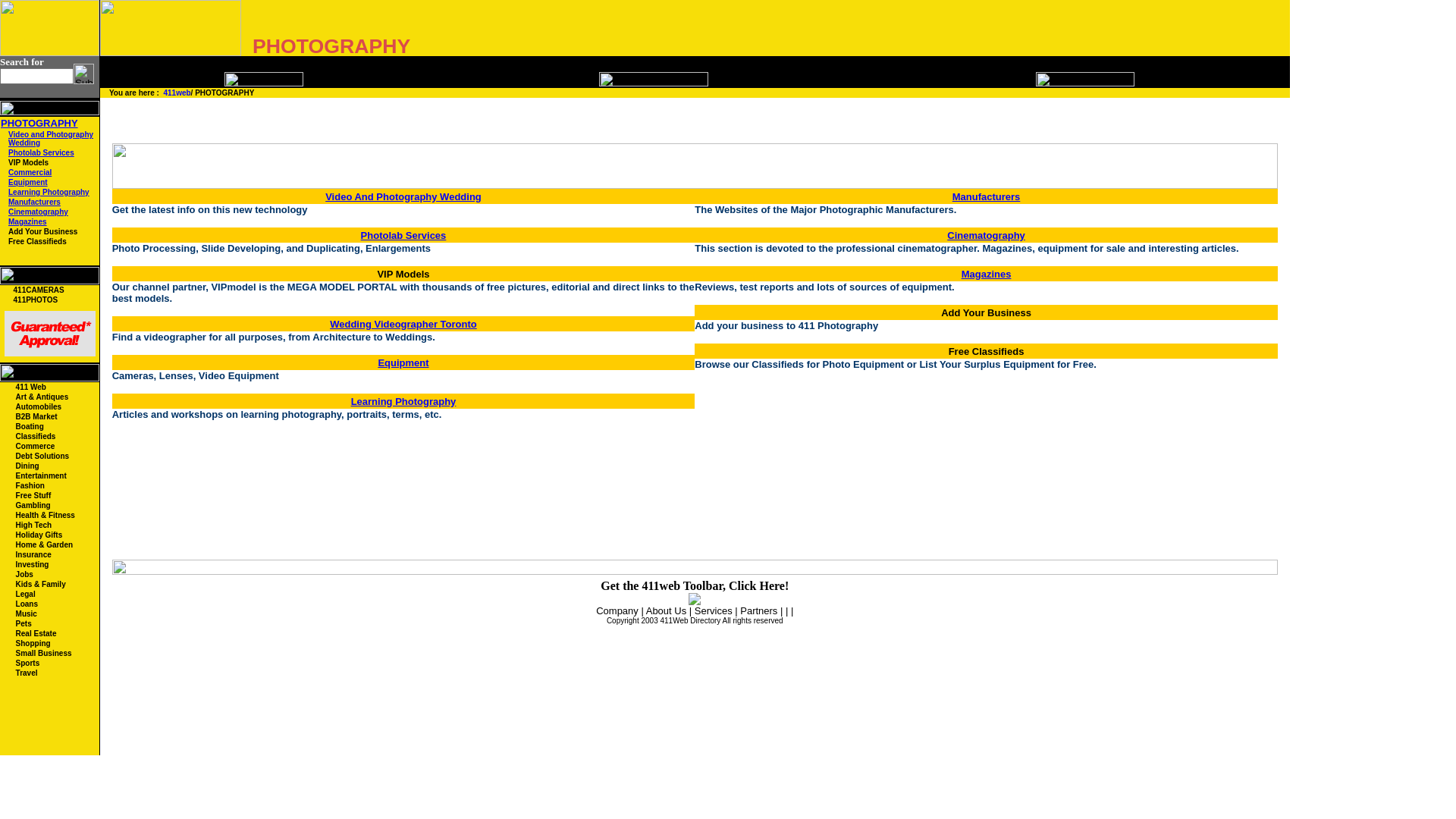 This screenshot has width=1456, height=819. Describe the element at coordinates (986, 273) in the screenshot. I see `'Magazines'` at that location.